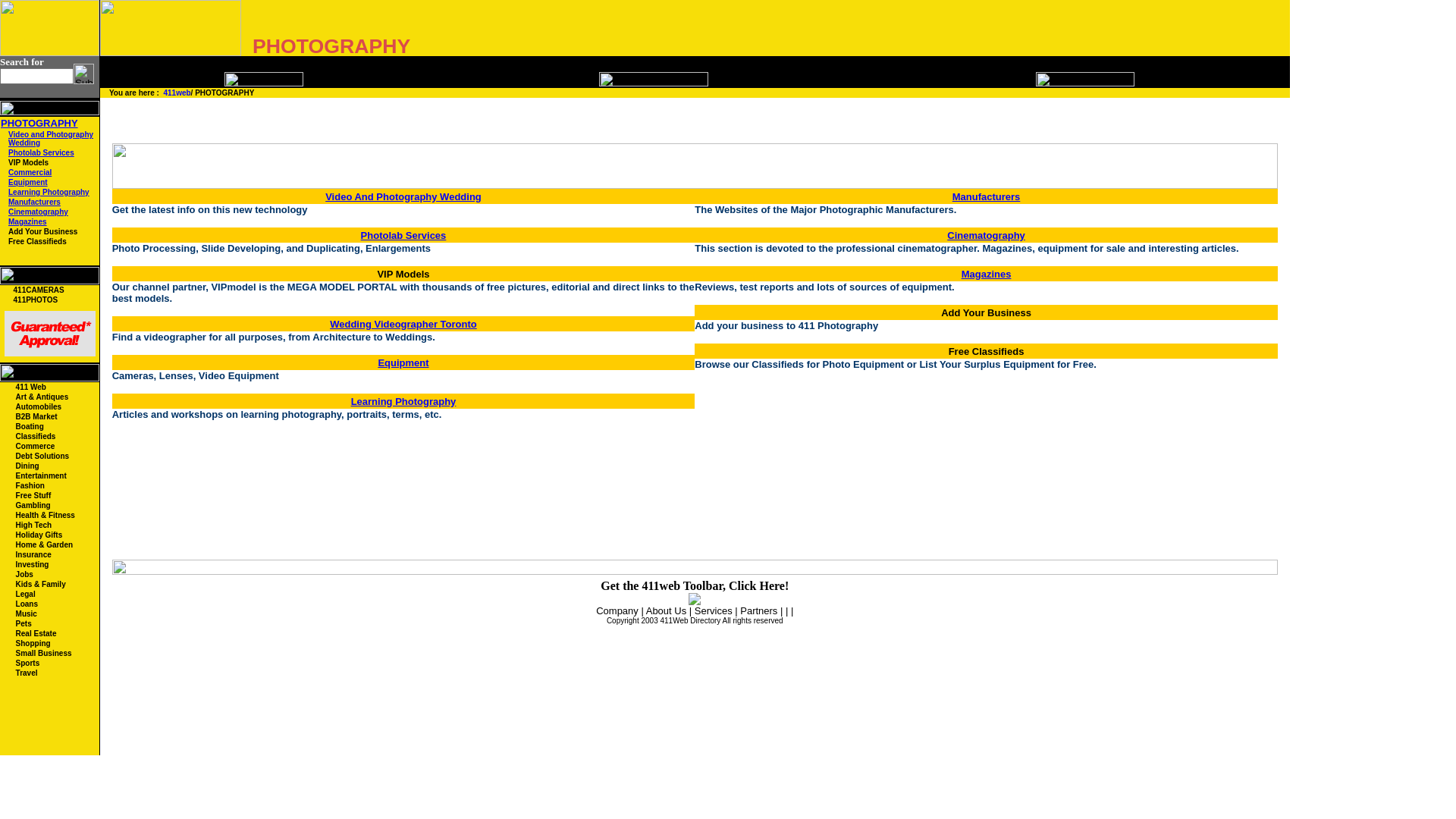 This screenshot has width=1456, height=819. Describe the element at coordinates (986, 273) in the screenshot. I see `'Magazines'` at that location.